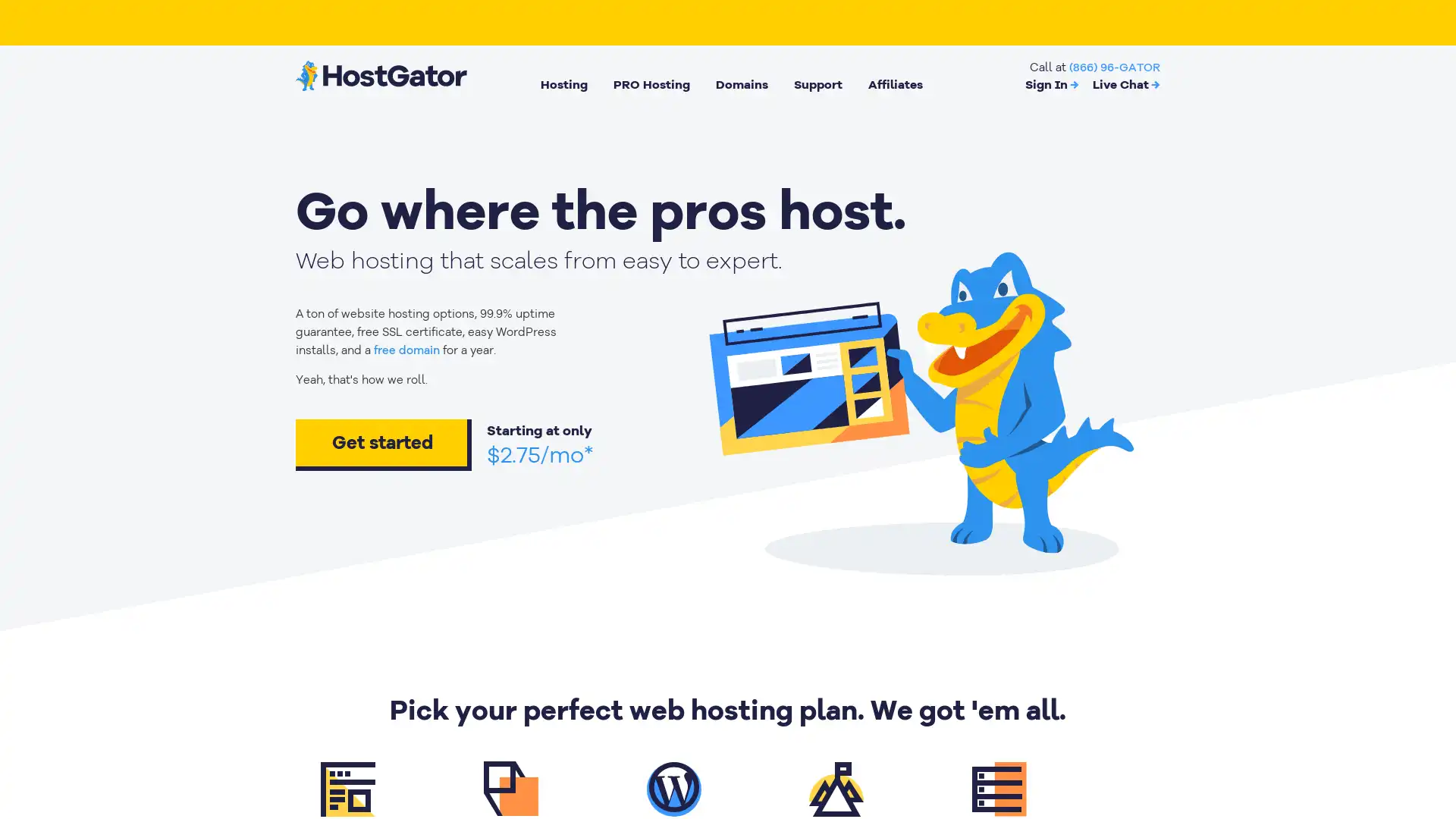  Describe the element at coordinates (919, 406) in the screenshot. I see `animation` at that location.